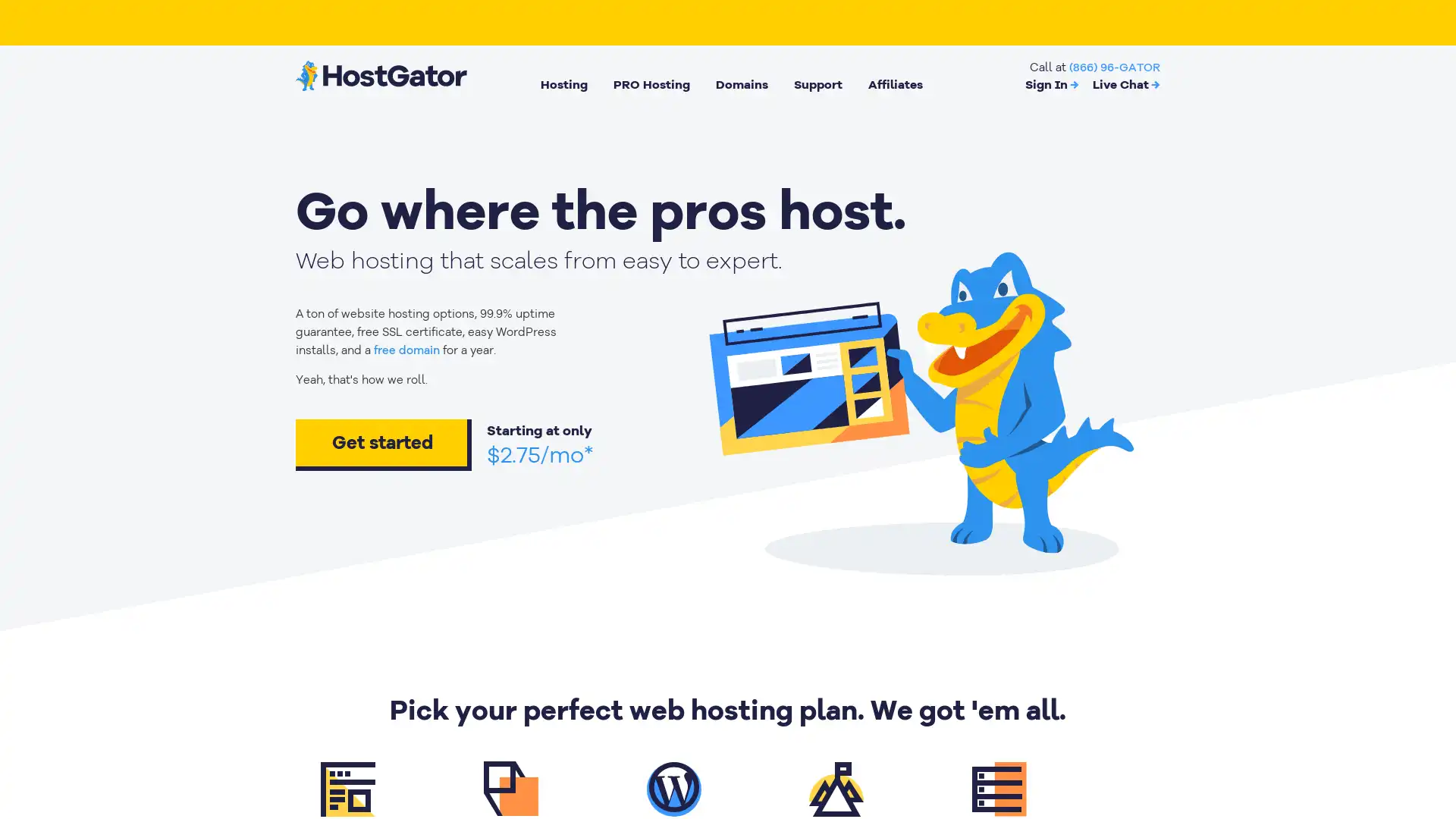  Describe the element at coordinates (919, 406) in the screenshot. I see `animation` at that location.